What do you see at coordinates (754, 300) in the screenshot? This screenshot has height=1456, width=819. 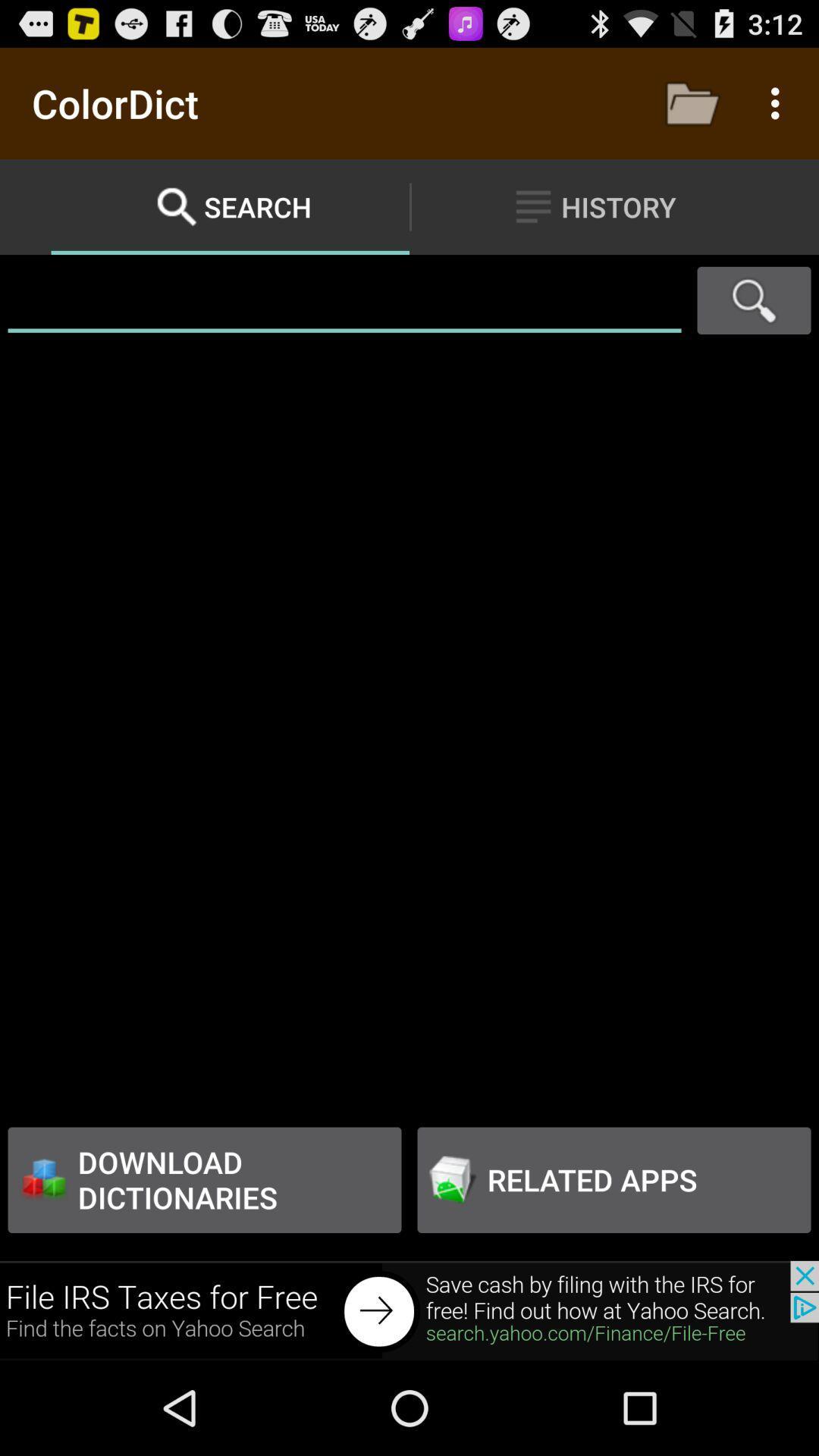 I see `search button` at bounding box center [754, 300].